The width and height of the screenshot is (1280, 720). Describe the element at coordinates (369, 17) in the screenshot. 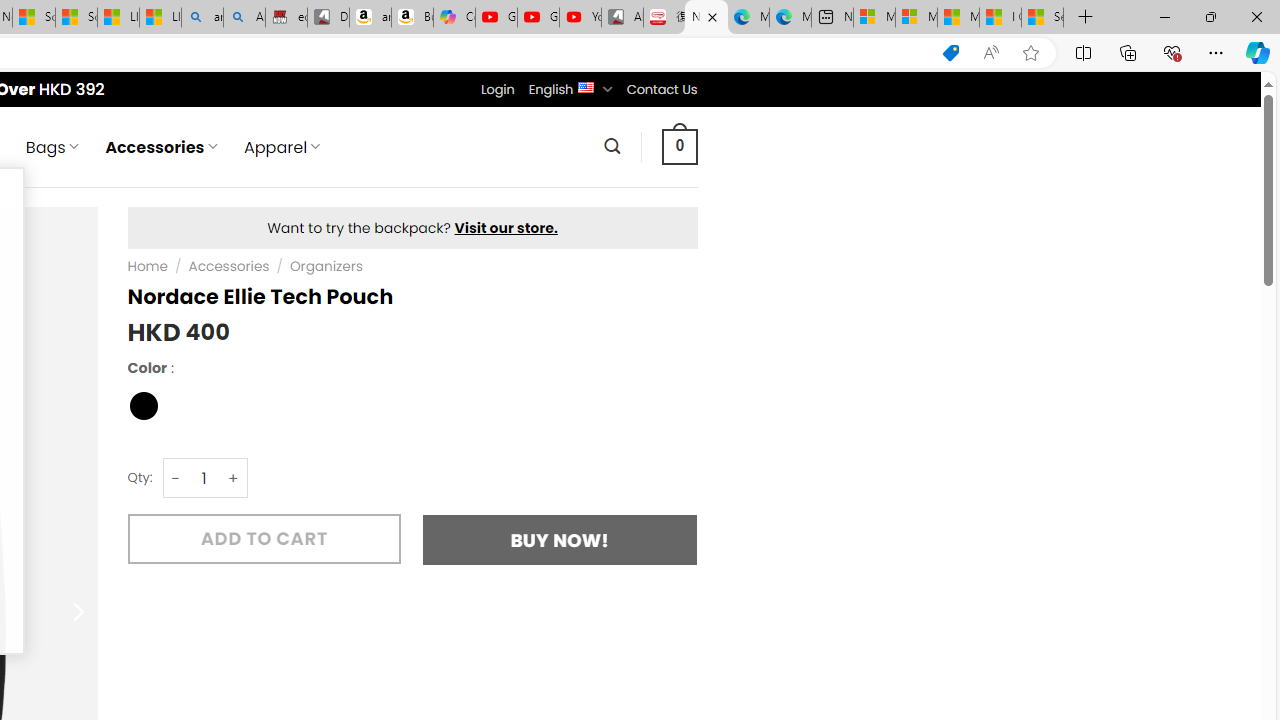

I see `'amazon.in/dp/B0CX59H5W7/?tag=gsmcom05-21'` at that location.